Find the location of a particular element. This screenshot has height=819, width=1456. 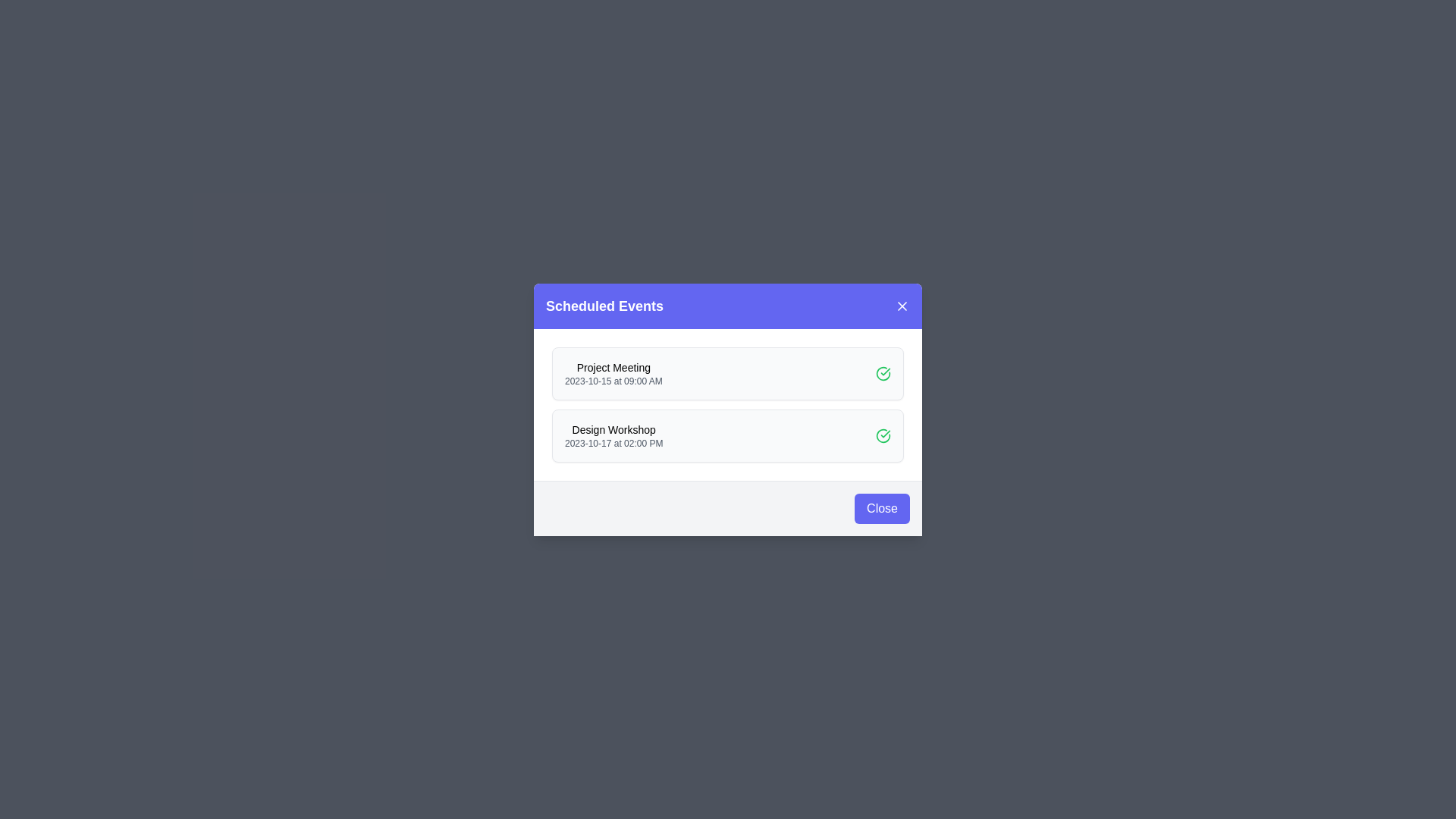

the text label reading 'Design Workshop', which is the title of the second event in the scheduled events list, aligned with its timestamp and checkmark icon is located at coordinates (613, 429).